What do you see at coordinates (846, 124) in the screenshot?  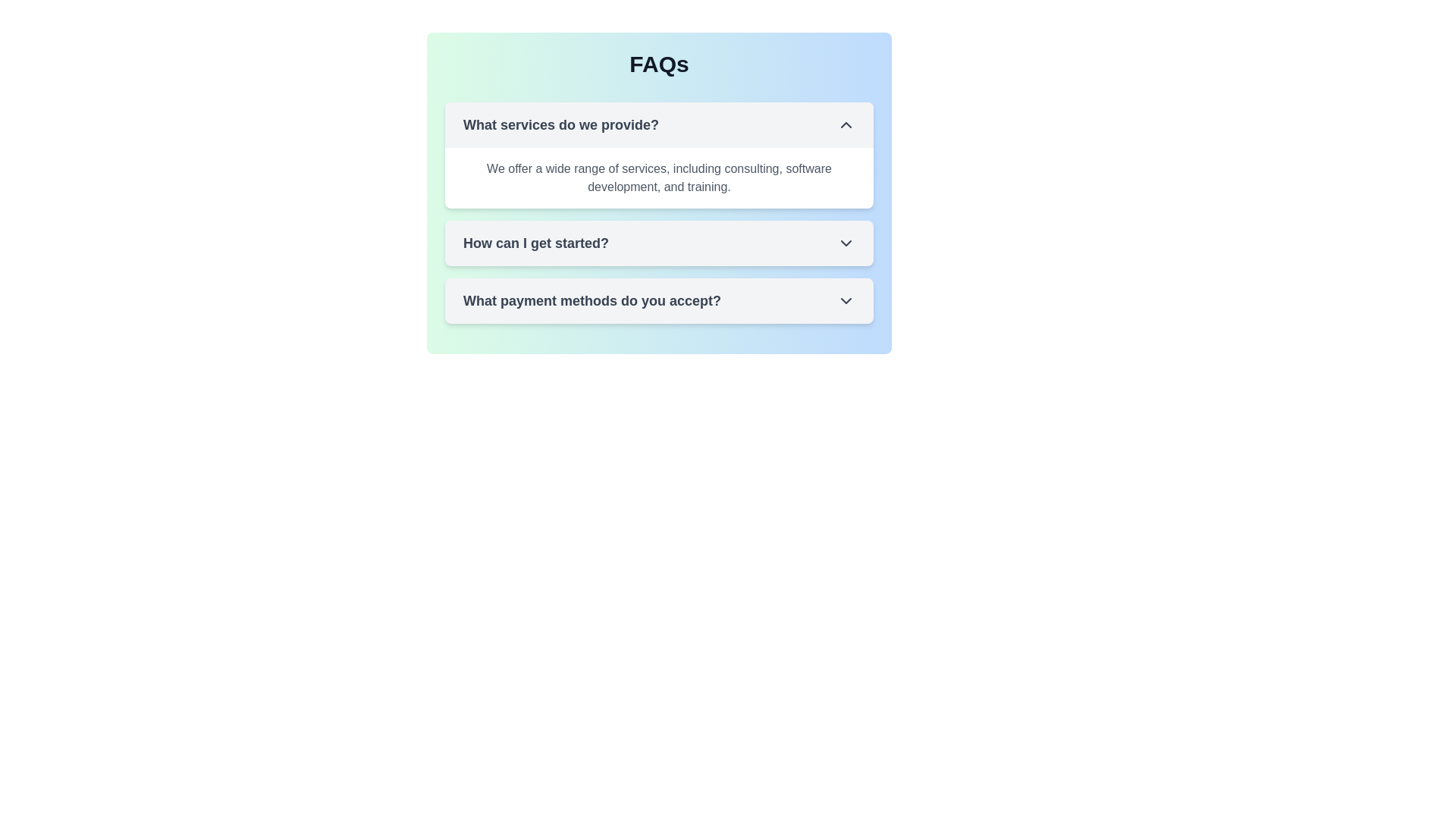 I see `the chevron-up icon in the FAQ section adjacent to the question 'What services do we provide?'` at bounding box center [846, 124].